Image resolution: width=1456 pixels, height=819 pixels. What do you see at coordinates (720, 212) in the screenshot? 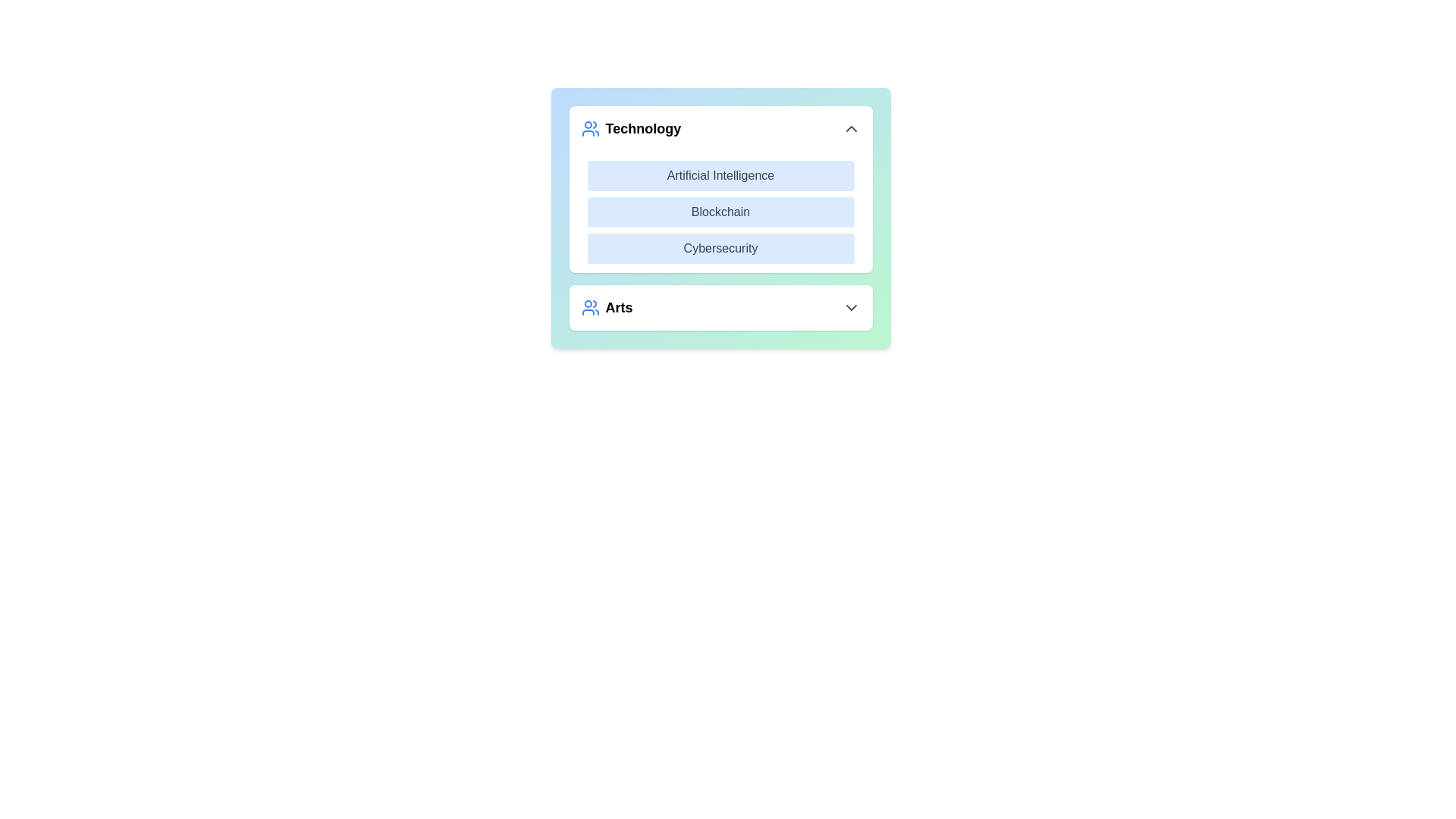
I see `the item Blockchain in the list to observe the hover effect` at bounding box center [720, 212].